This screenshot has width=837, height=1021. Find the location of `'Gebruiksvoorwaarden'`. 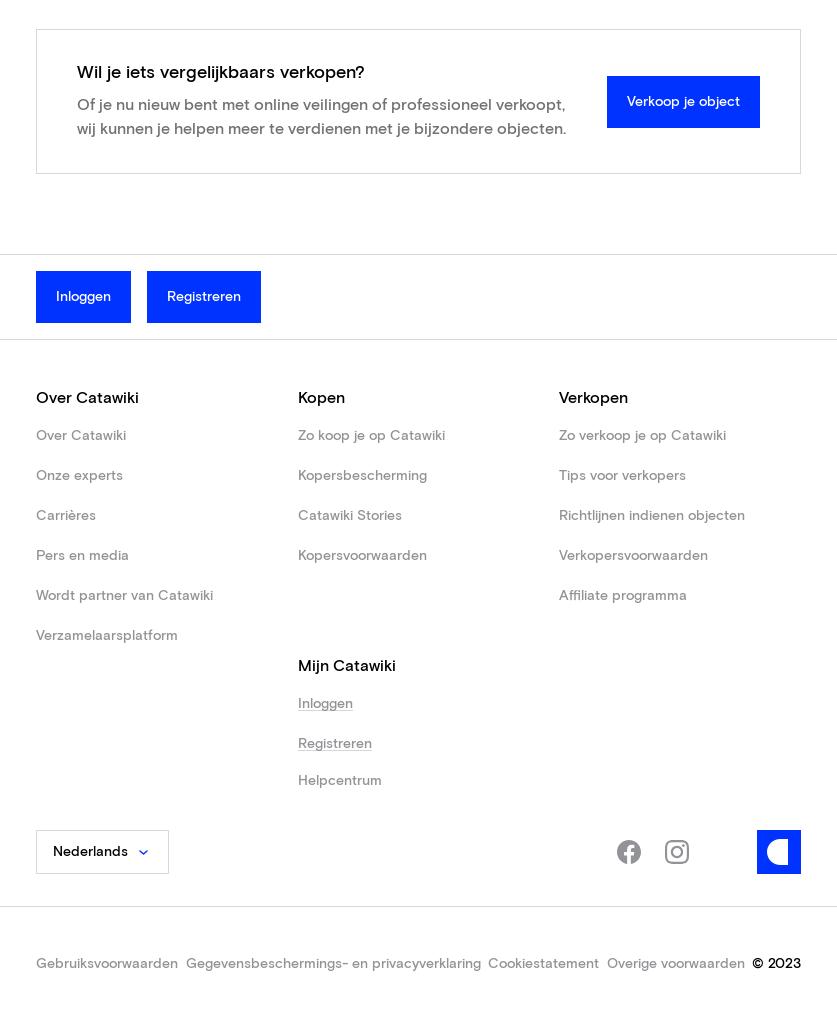

'Gebruiksvoorwaarden' is located at coordinates (35, 963).